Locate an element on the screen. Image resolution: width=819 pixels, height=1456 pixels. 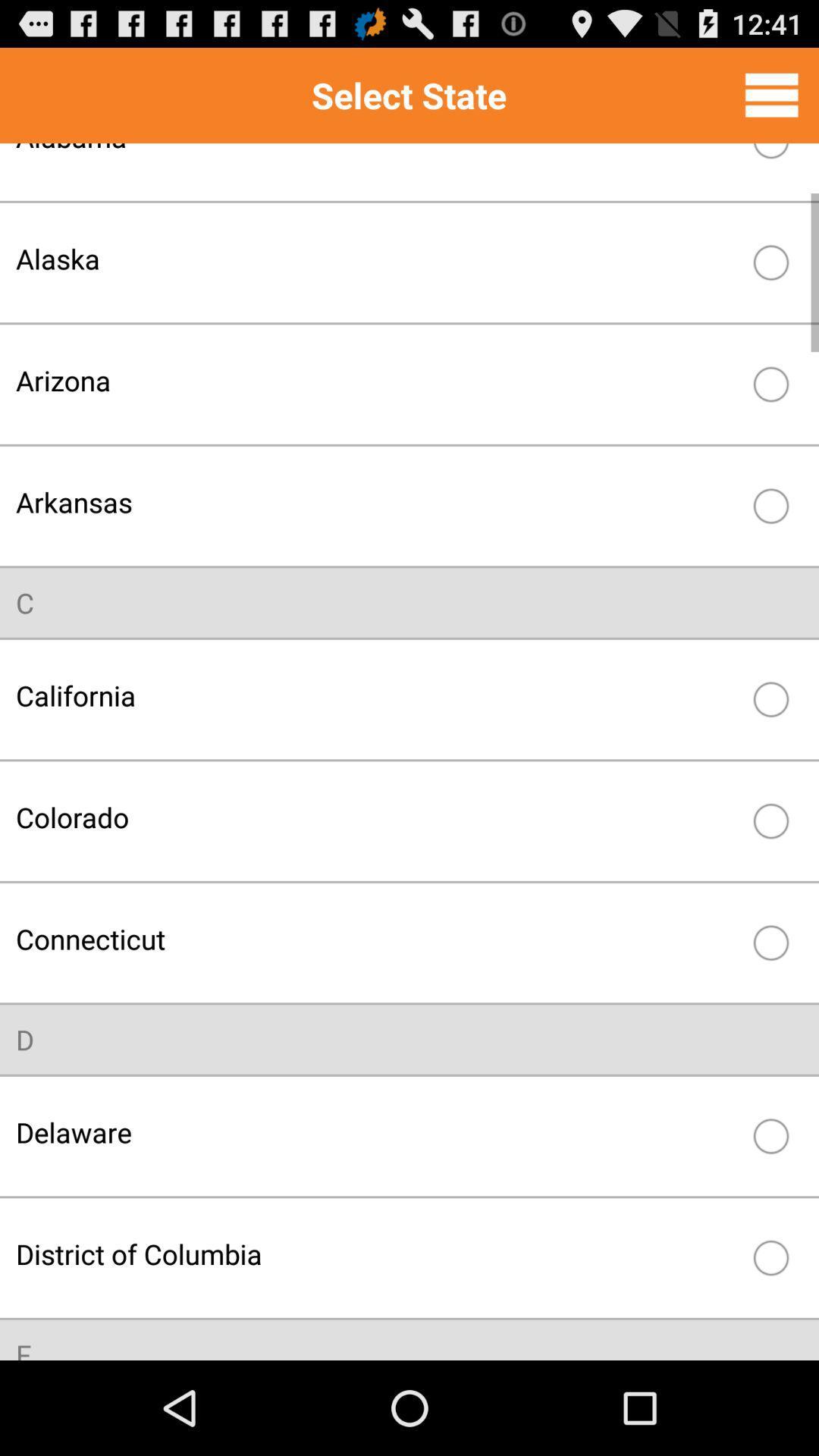
the item above f is located at coordinates (376, 1254).